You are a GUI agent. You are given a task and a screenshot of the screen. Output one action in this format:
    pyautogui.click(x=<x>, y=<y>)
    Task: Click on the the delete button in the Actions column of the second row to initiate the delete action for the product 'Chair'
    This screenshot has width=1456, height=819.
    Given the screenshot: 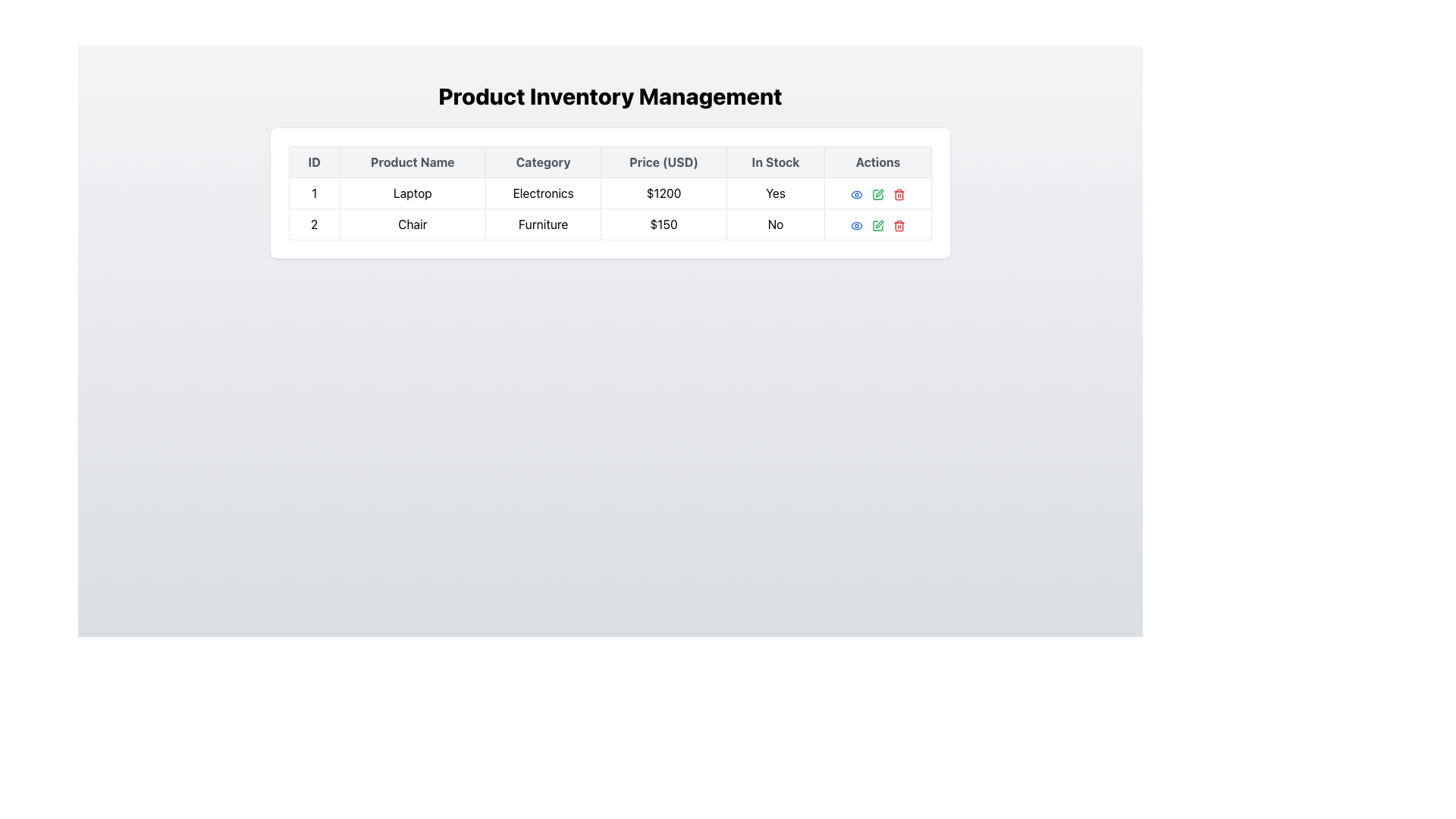 What is the action you would take?
    pyautogui.click(x=899, y=225)
    